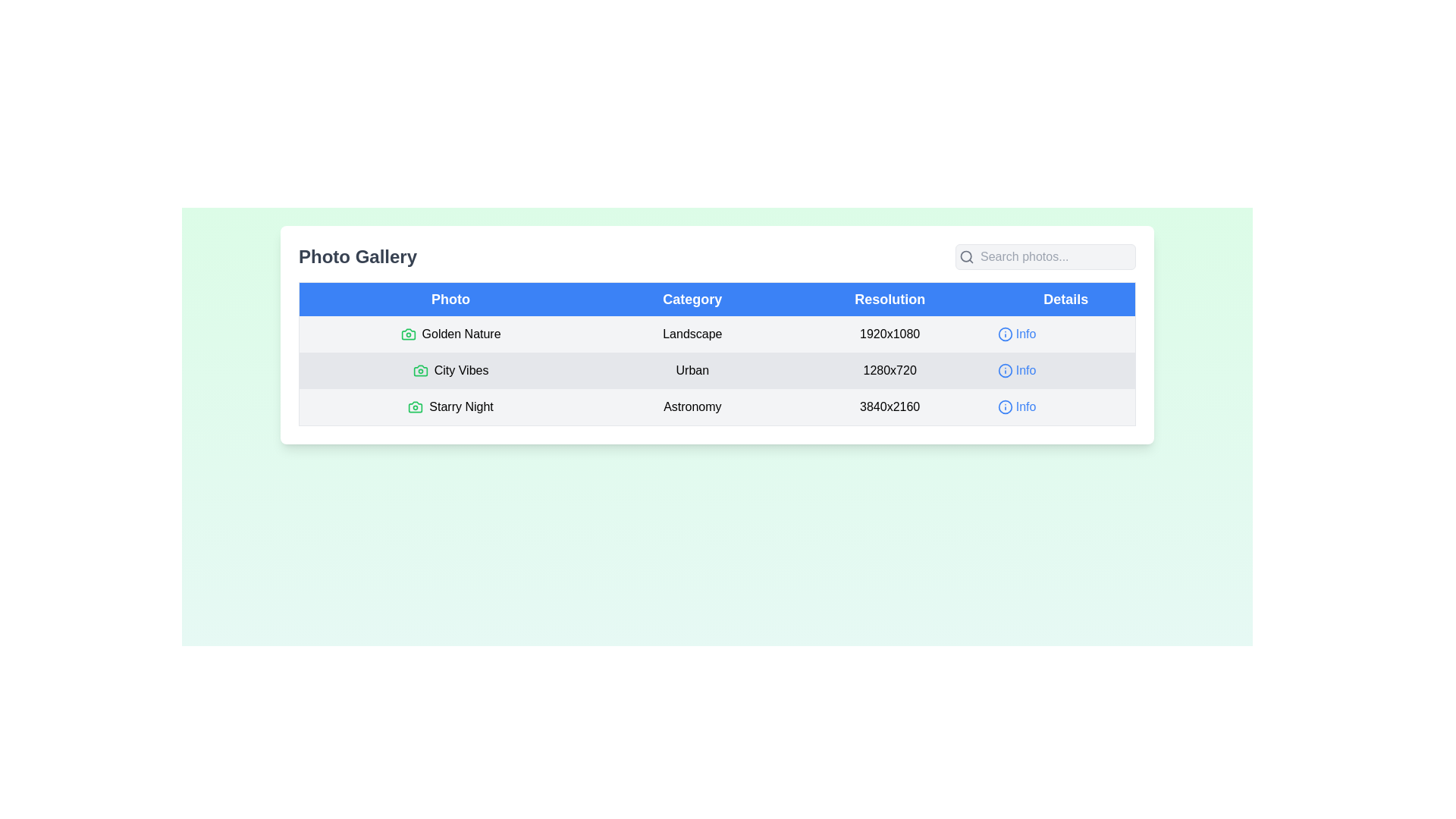 Image resolution: width=1456 pixels, height=819 pixels. Describe the element at coordinates (450, 299) in the screenshot. I see `the header label categorizing photo-related information in the first column of the table` at that location.